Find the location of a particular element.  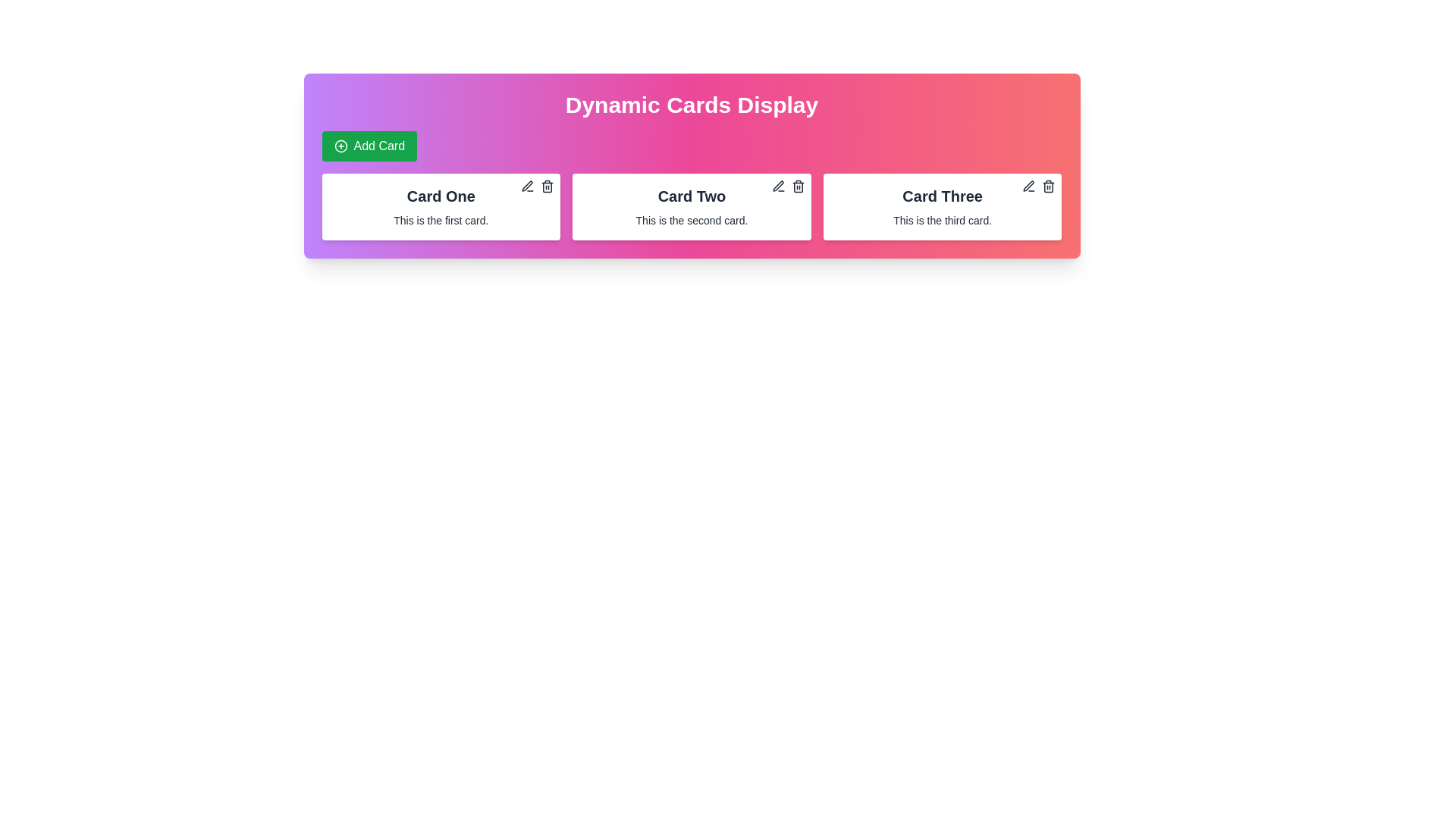

the header text of the first card labeled 'Card One' located in the section beneath 'Dynamic Cards Display' is located at coordinates (440, 195).